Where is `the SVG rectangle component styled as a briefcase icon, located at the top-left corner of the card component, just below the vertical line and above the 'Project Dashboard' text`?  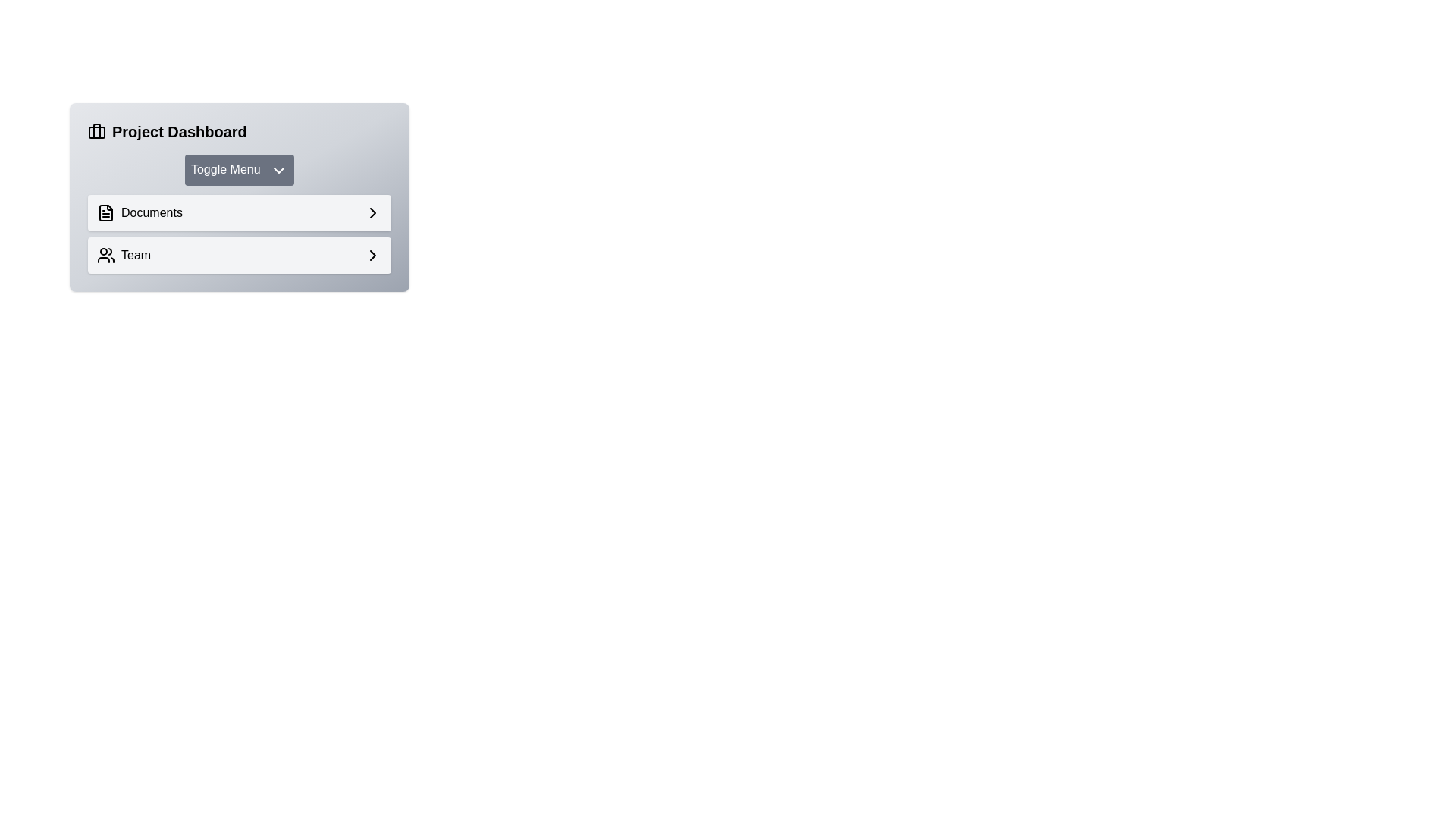 the SVG rectangle component styled as a briefcase icon, located at the top-left corner of the card component, just below the vertical line and above the 'Project Dashboard' text is located at coordinates (96, 131).